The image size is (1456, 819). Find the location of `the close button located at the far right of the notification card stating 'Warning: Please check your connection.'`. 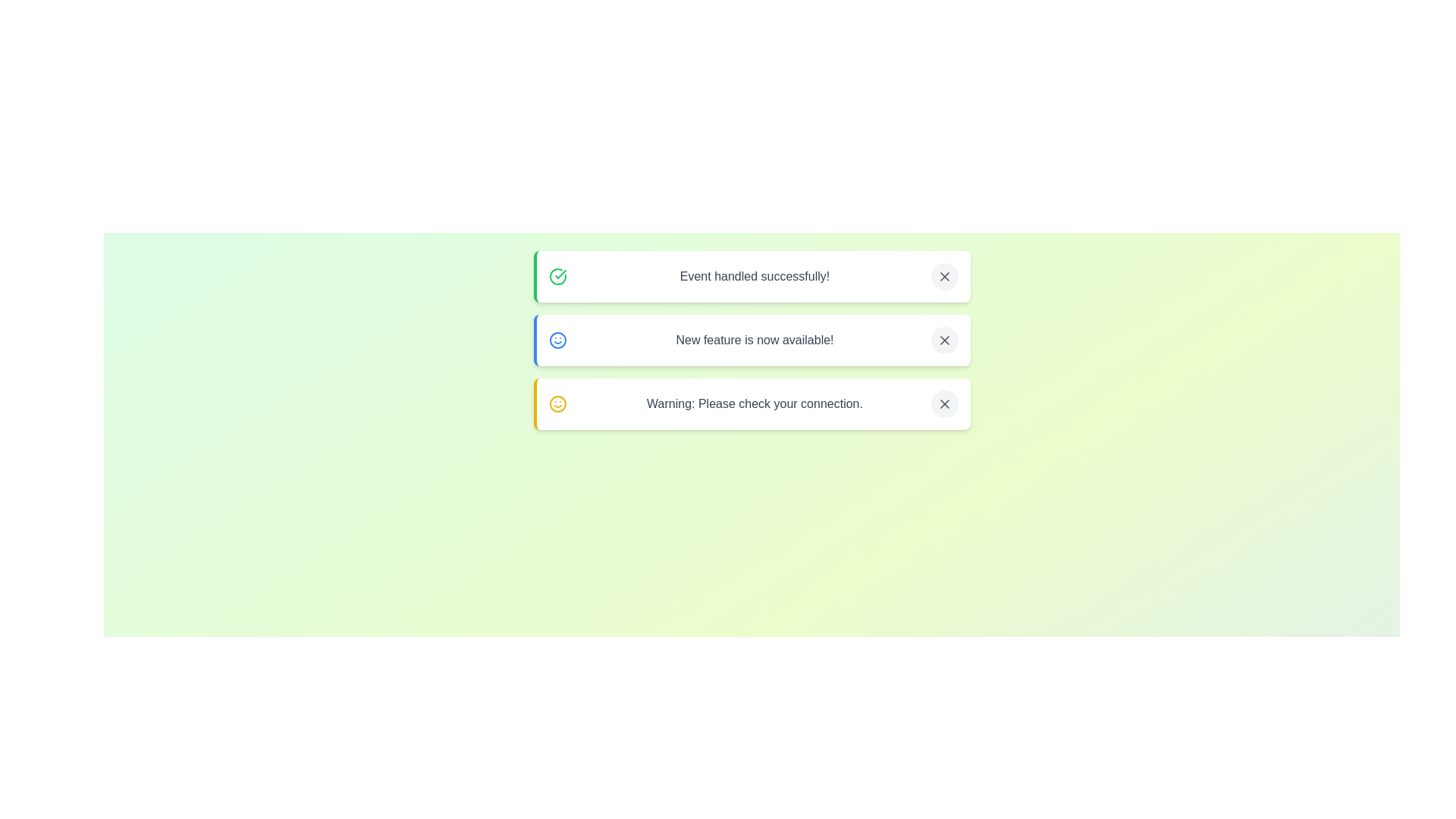

the close button located at the far right of the notification card stating 'Warning: Please check your connection.' is located at coordinates (943, 403).